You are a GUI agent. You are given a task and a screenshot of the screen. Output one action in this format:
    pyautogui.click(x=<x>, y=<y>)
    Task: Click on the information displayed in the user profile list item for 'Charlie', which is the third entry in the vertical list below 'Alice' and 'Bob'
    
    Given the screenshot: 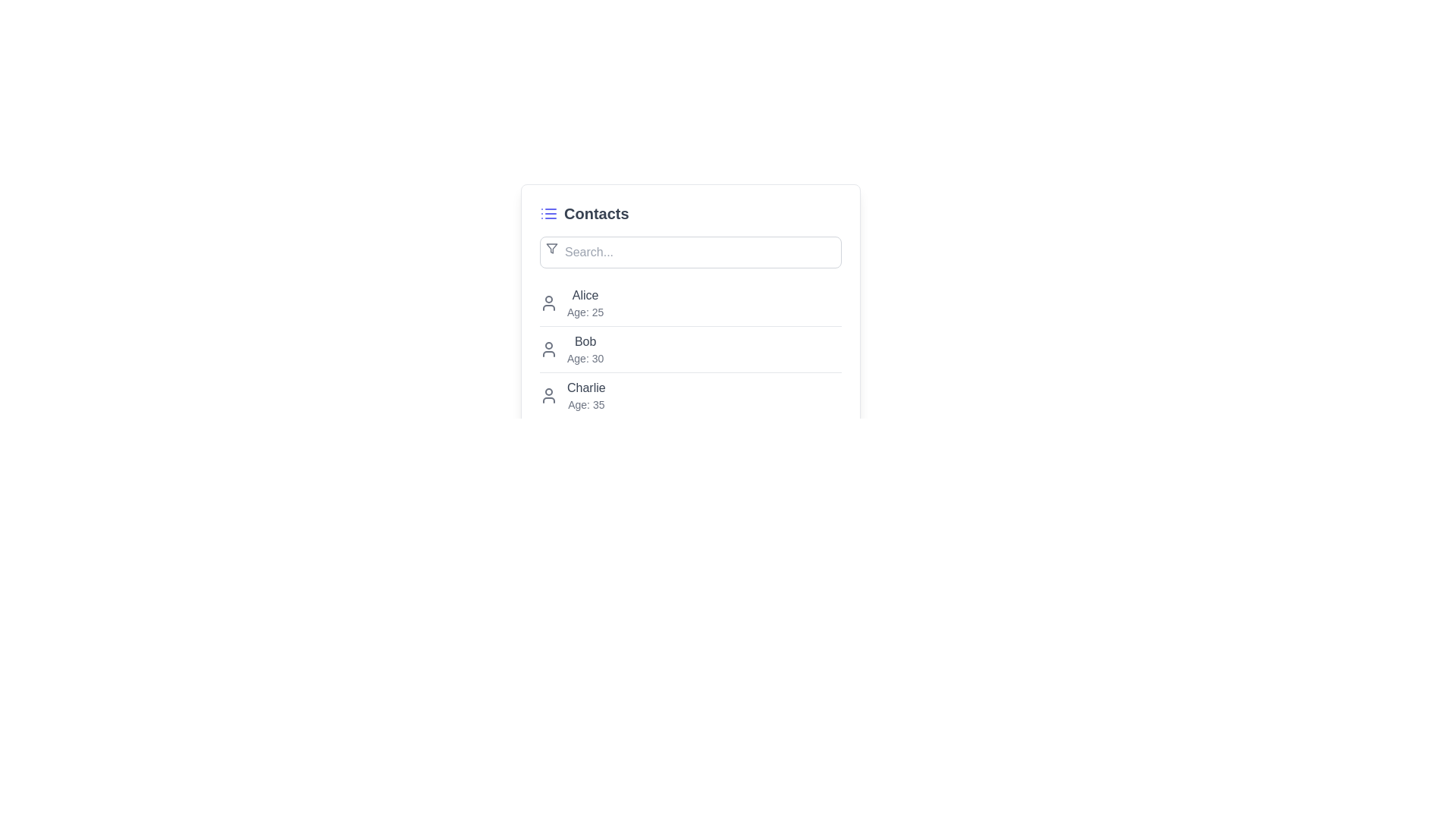 What is the action you would take?
    pyautogui.click(x=690, y=394)
    